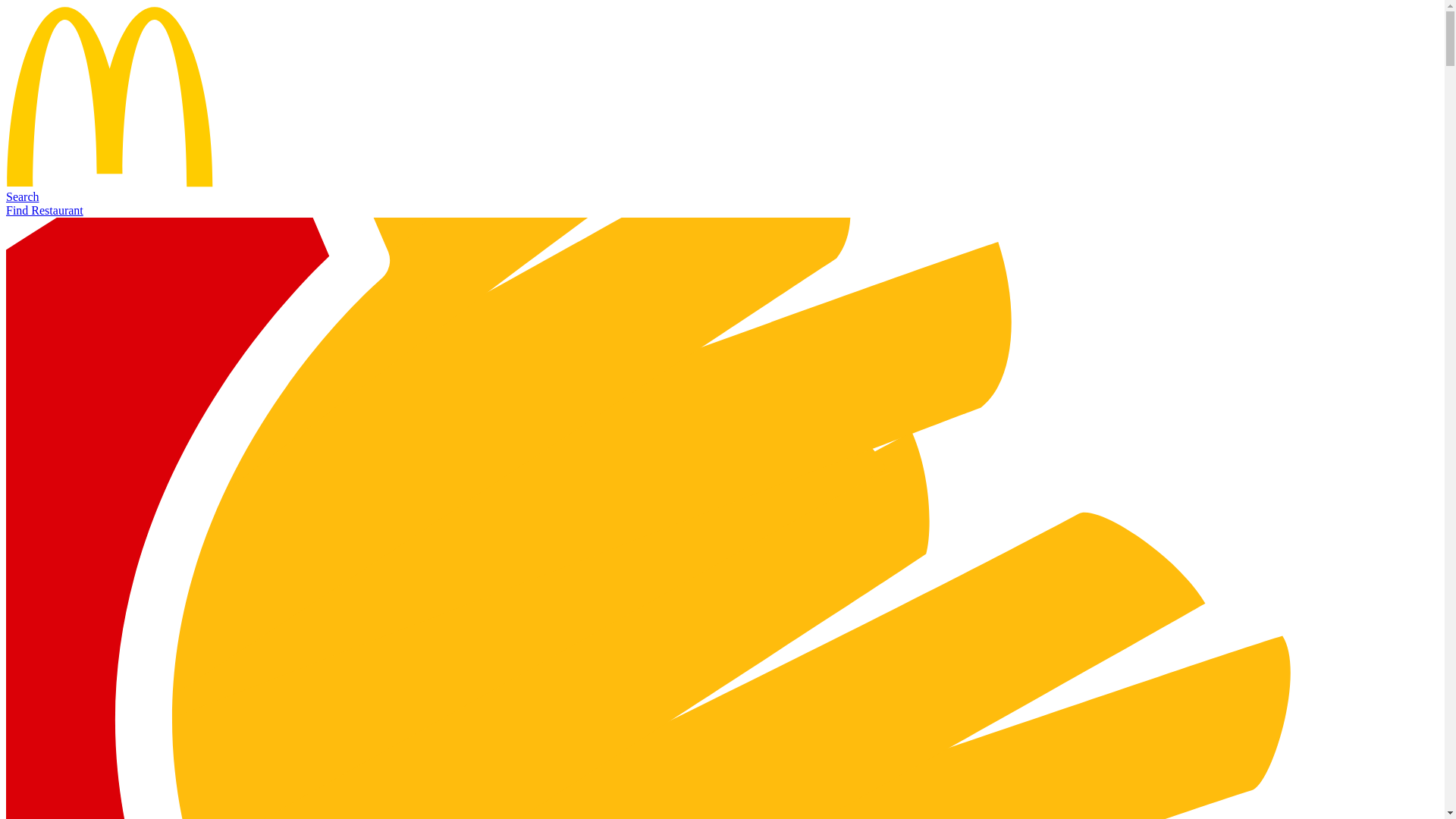 The width and height of the screenshot is (1456, 819). I want to click on 'Find Restaurant', so click(44, 209).